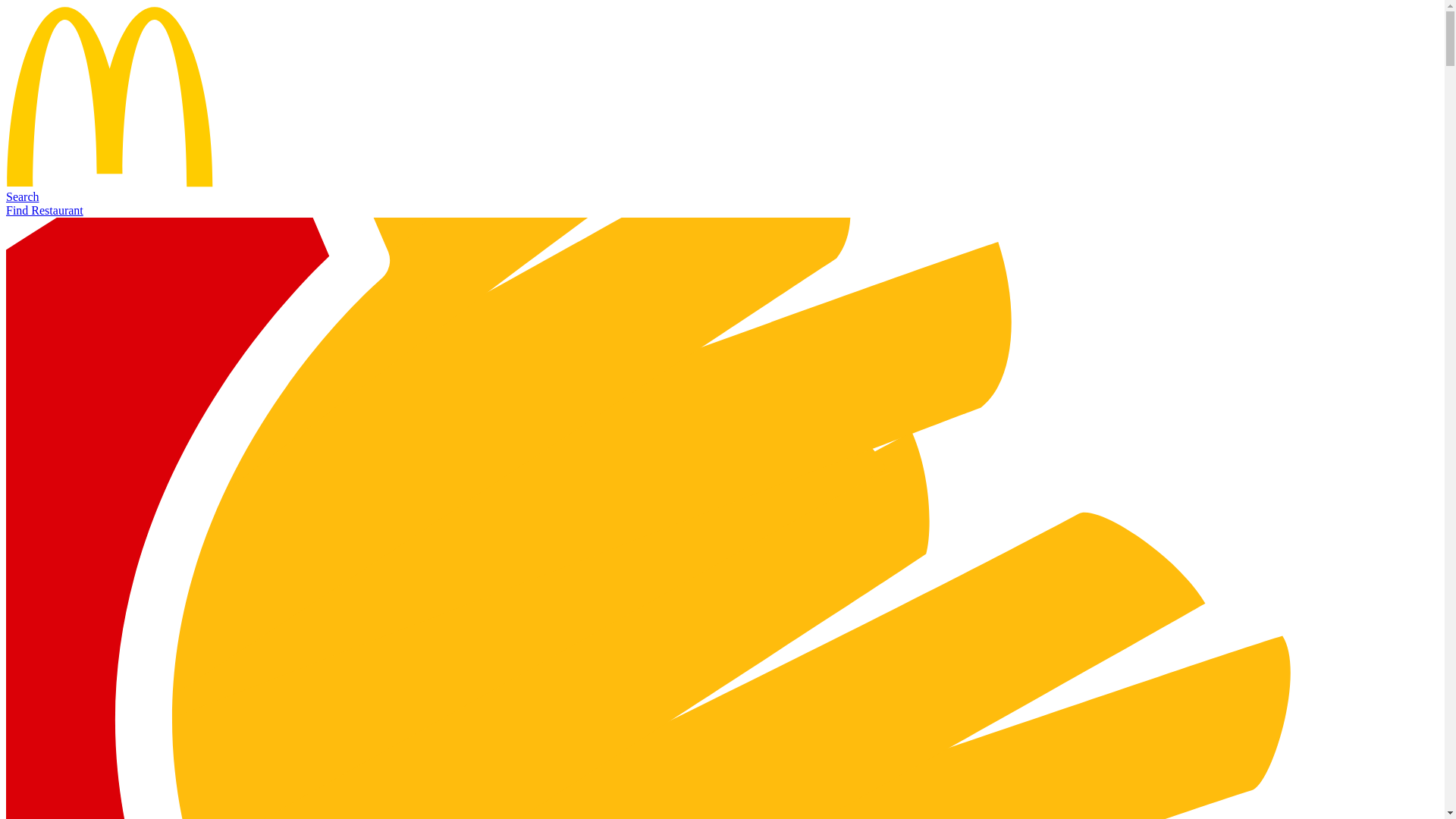 The width and height of the screenshot is (1456, 819). I want to click on 'Find Restaurant', so click(44, 209).